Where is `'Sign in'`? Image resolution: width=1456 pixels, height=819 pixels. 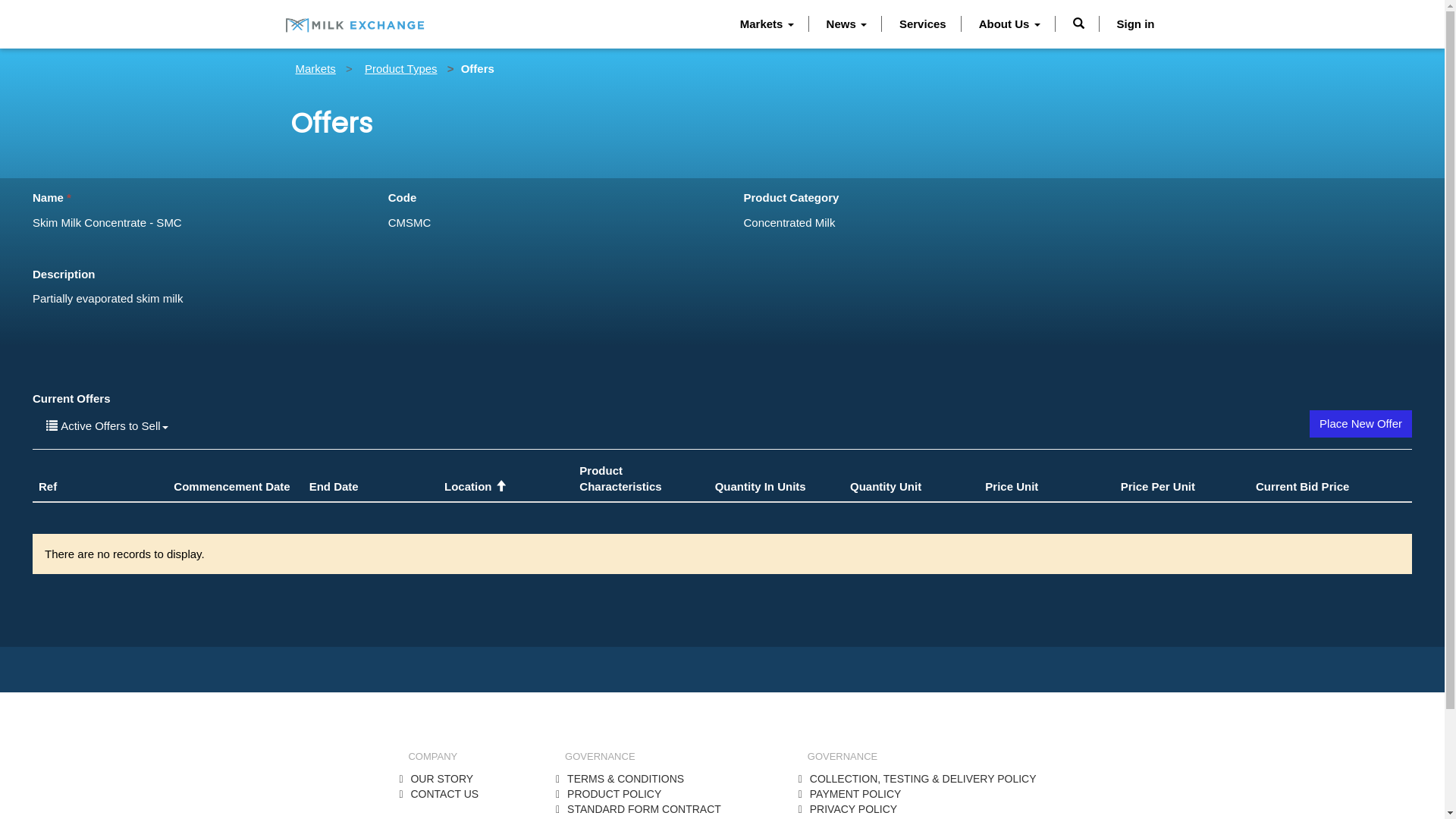
'Sign in' is located at coordinates (1135, 23).